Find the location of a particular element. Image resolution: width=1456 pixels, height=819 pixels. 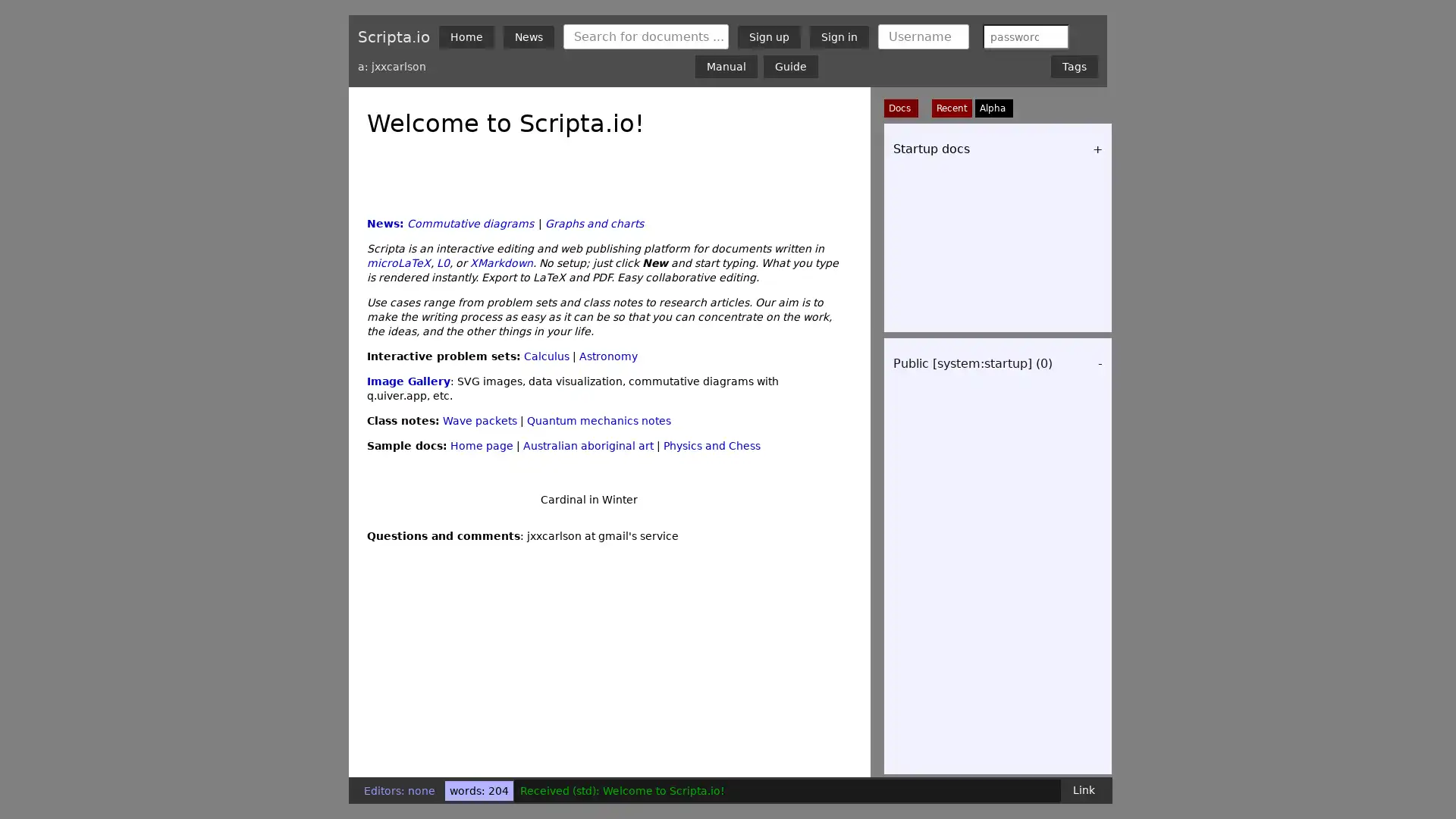

Public [system:startup] (0) is located at coordinates (972, 363).